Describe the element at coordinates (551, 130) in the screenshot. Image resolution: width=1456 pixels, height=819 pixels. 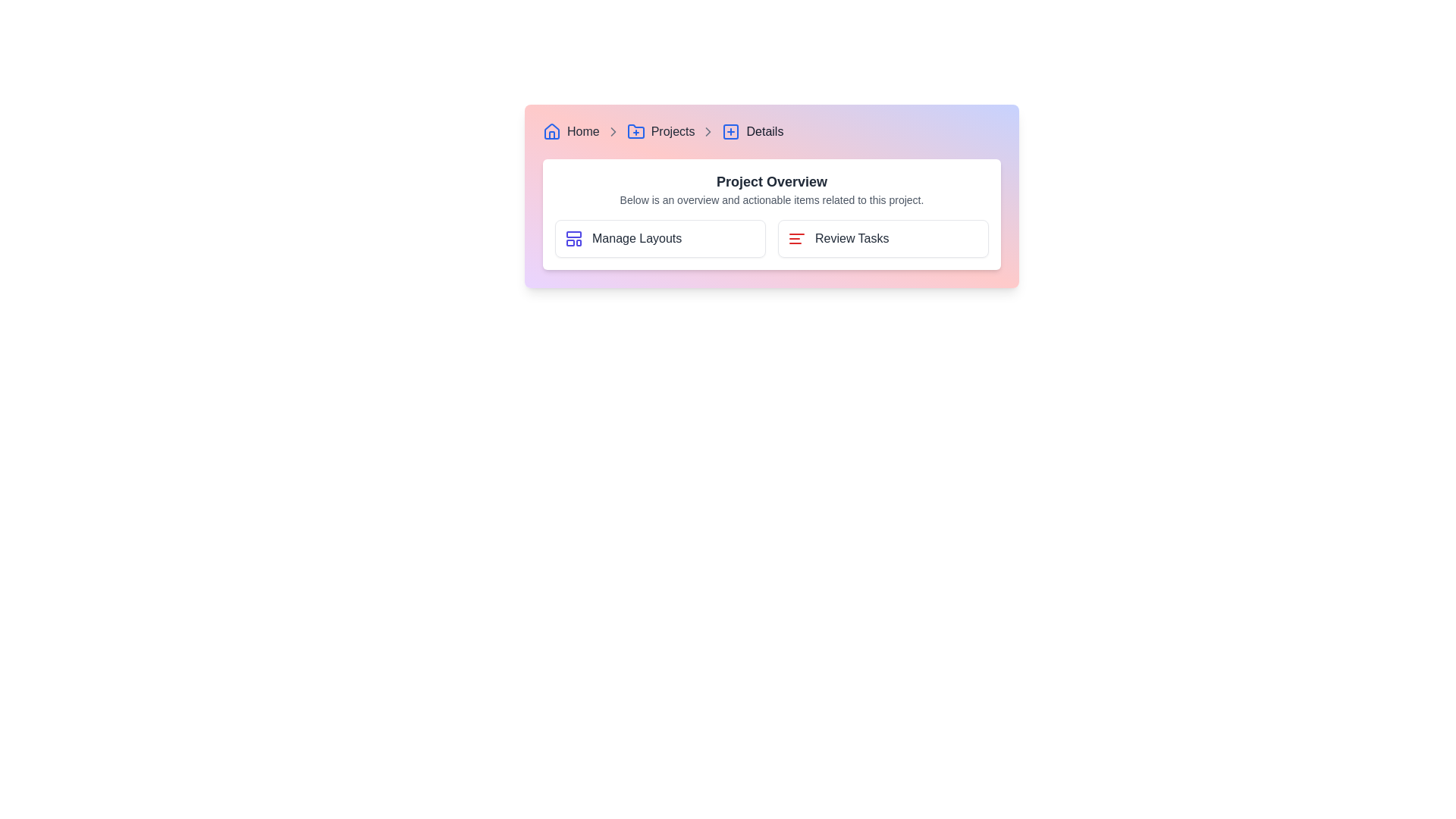
I see `the house symbol icon in the breadcrumb navigation bar located at the top-left corner of the interface to interpret it as contextual information` at that location.